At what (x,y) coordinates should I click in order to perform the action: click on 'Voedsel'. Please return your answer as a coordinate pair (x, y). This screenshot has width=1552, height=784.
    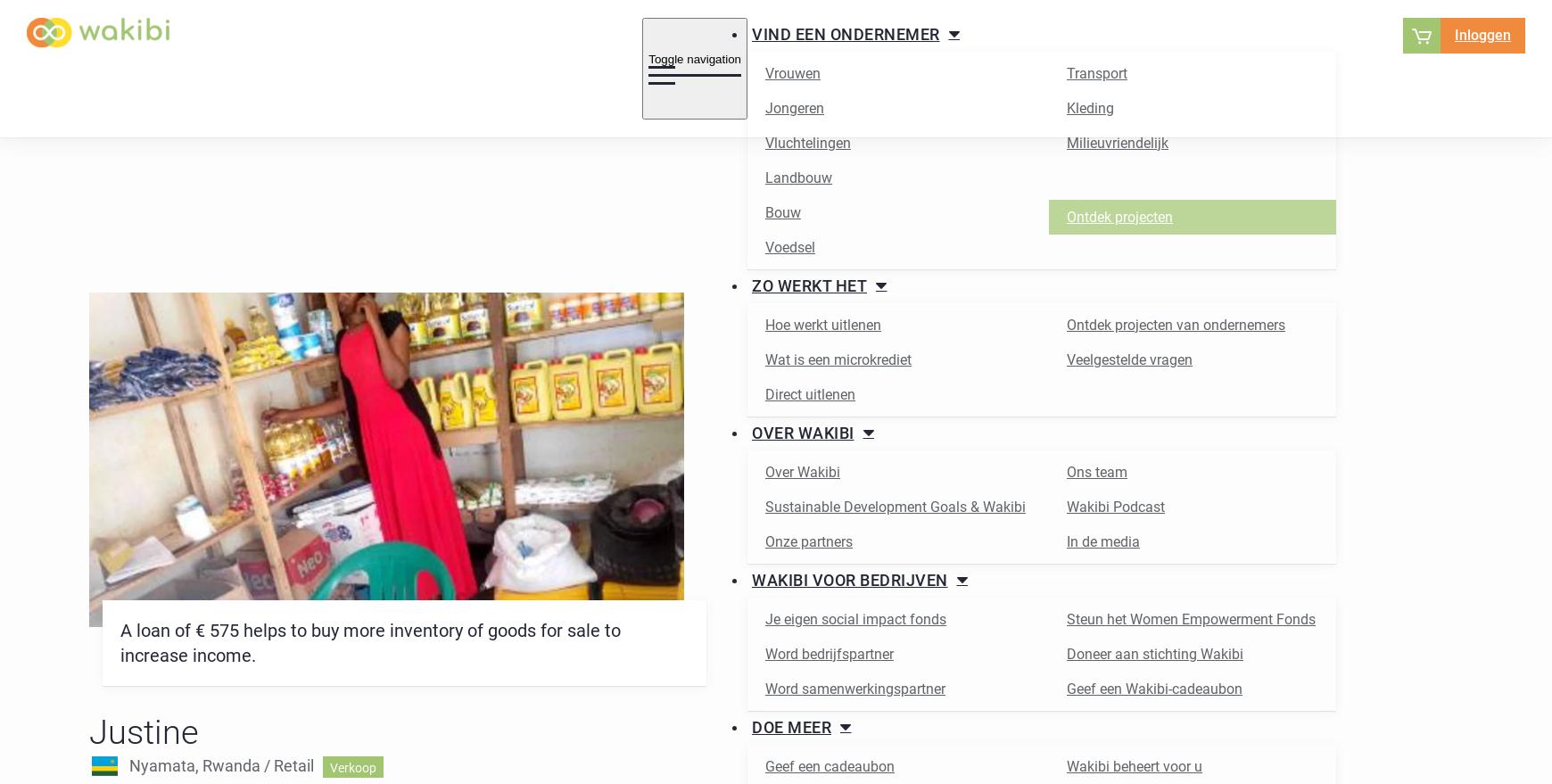
    Looking at the image, I should click on (789, 246).